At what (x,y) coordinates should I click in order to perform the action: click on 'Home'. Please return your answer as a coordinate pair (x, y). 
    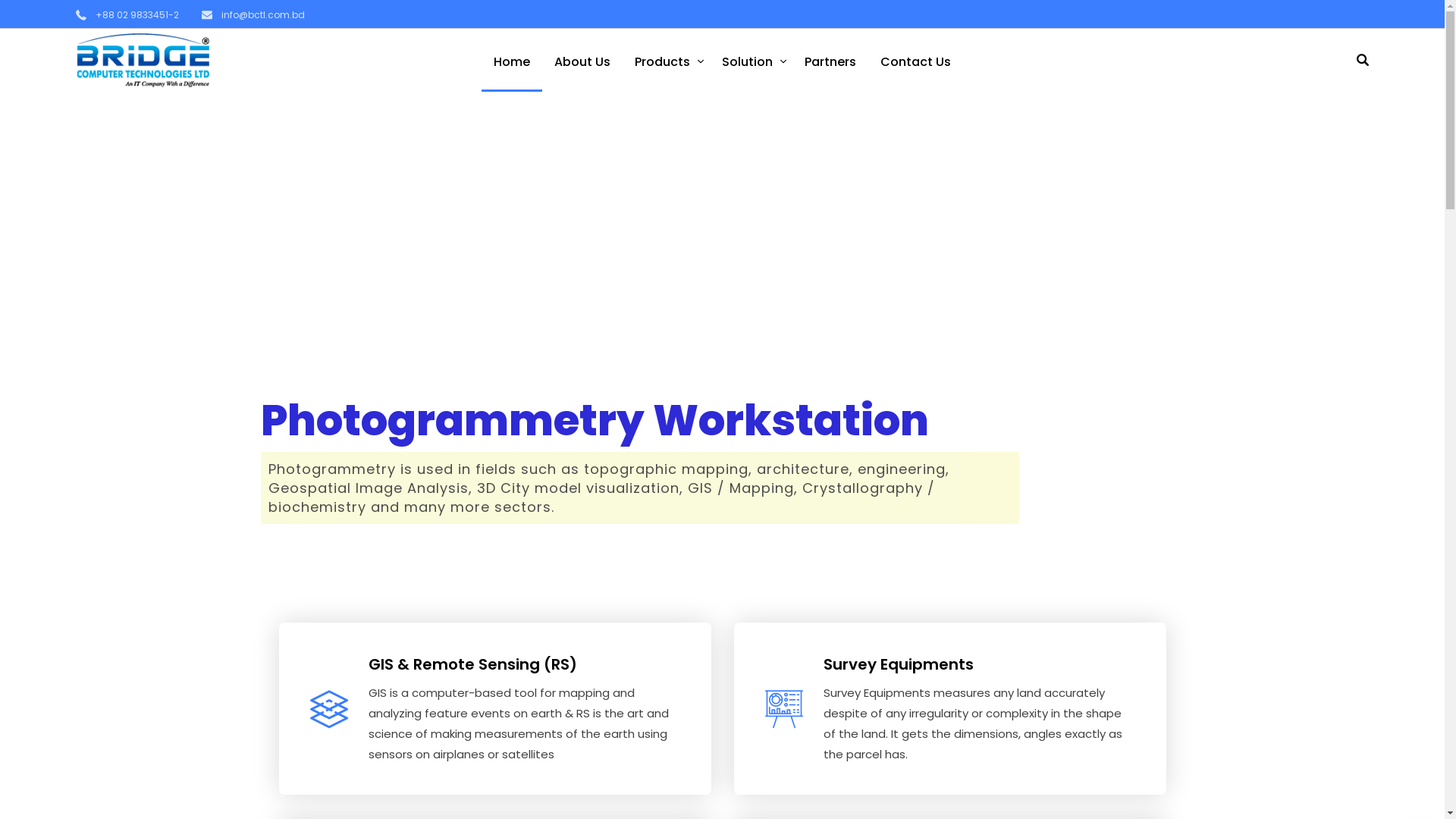
    Looking at the image, I should click on (512, 59).